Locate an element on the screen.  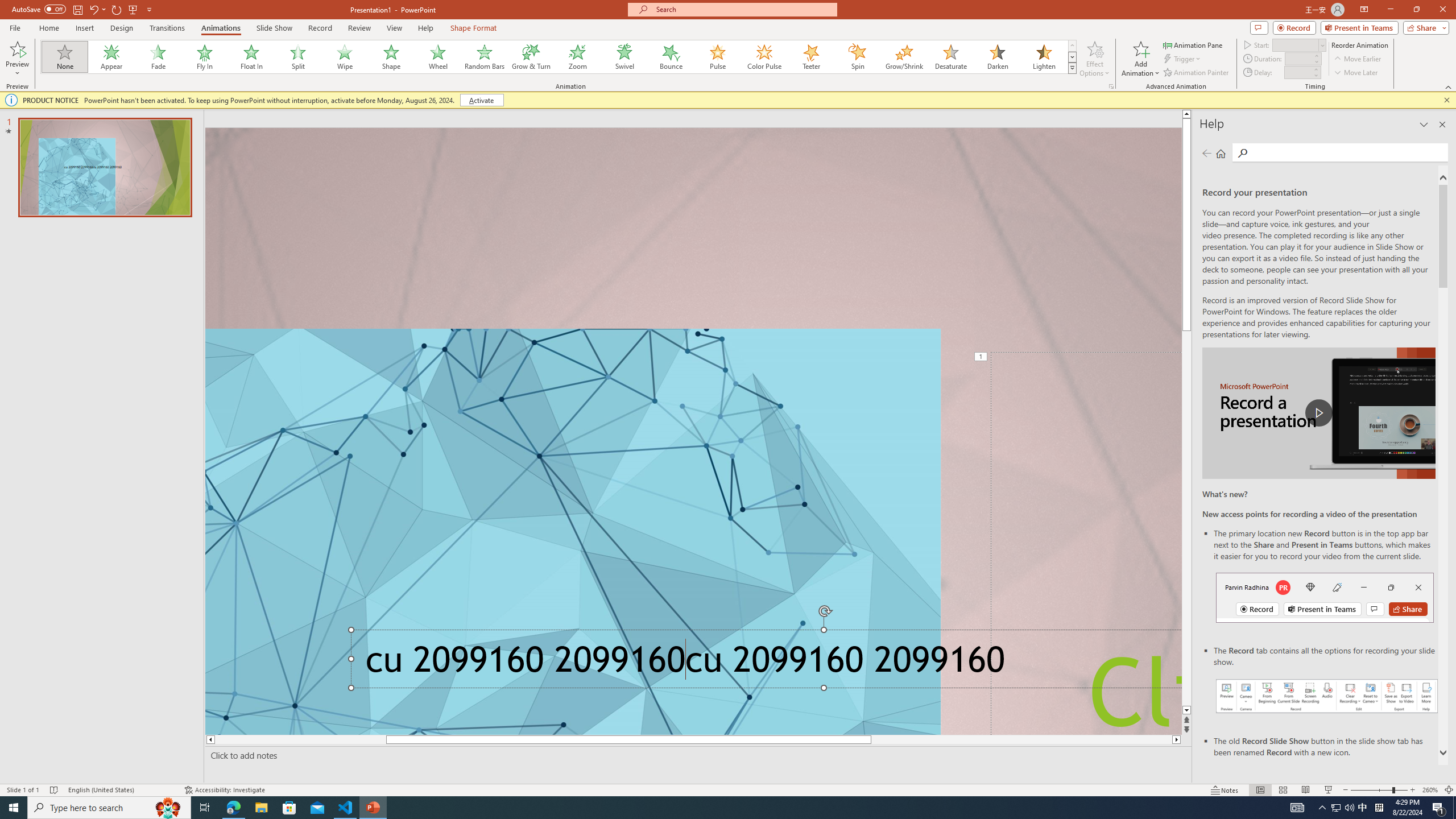
'Effect Options' is located at coordinates (1094, 59).